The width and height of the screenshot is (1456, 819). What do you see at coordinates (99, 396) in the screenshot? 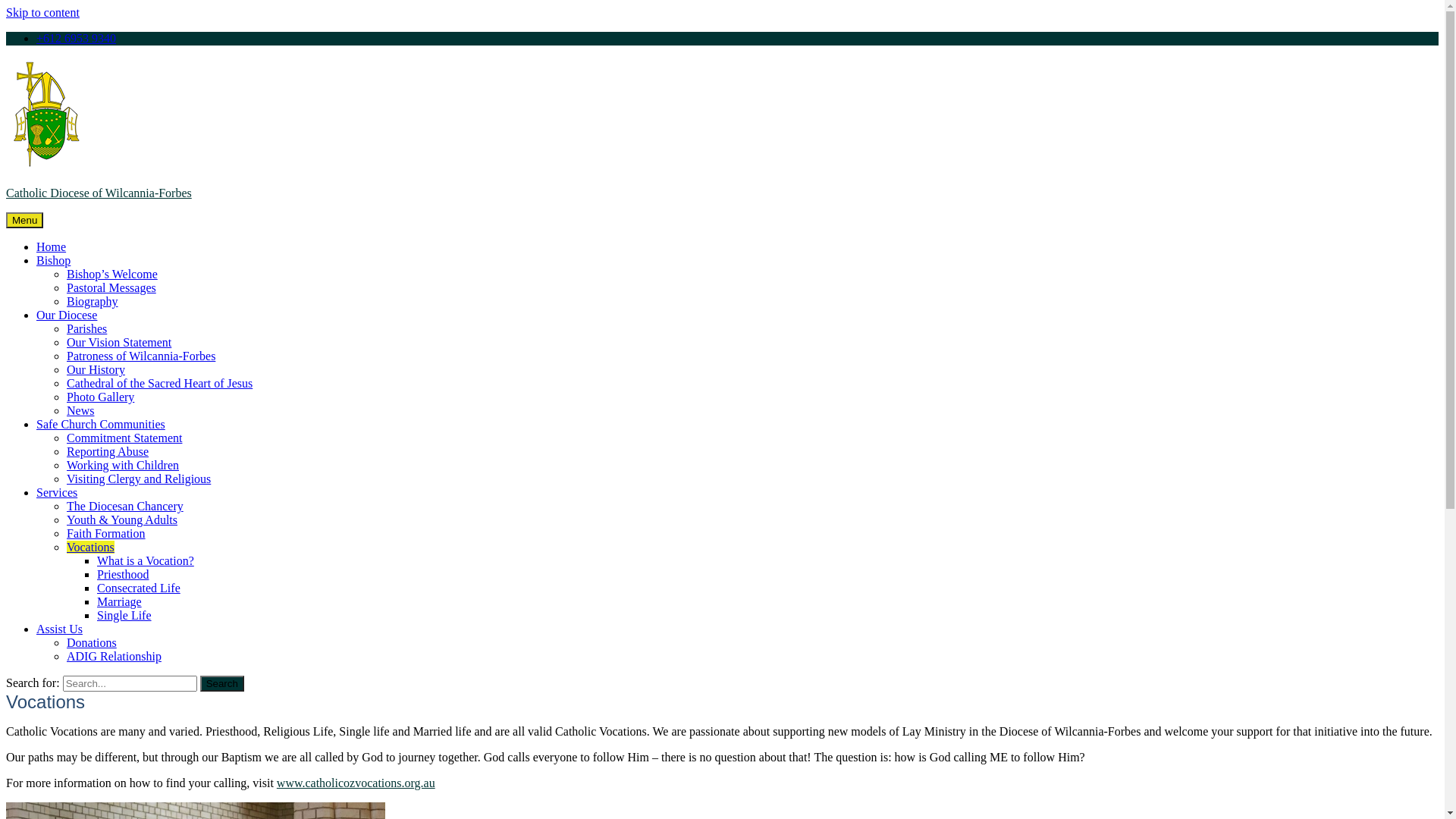
I see `'Photo Gallery'` at bounding box center [99, 396].